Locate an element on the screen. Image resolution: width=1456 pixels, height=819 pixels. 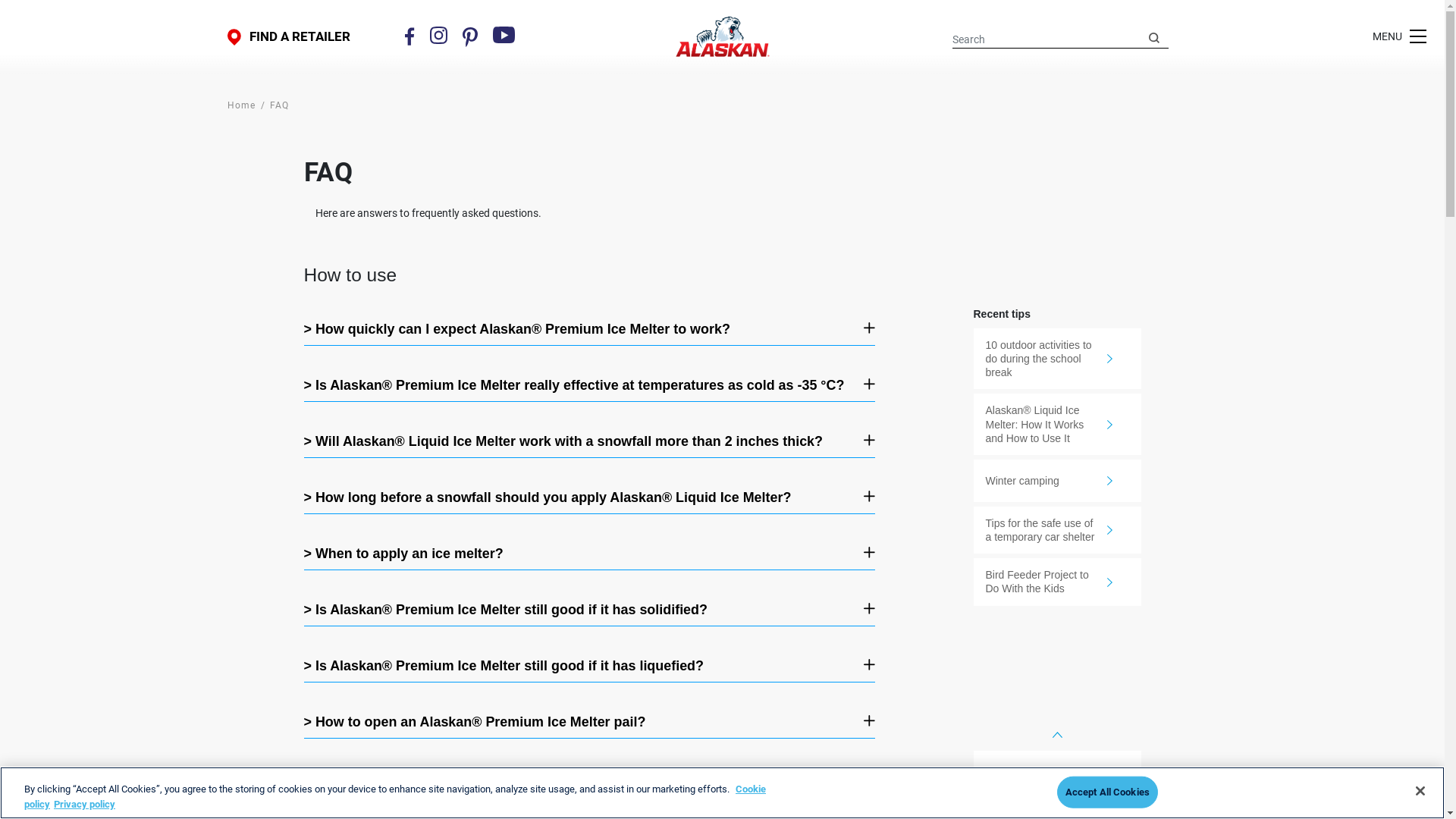
'Privacy policy' is located at coordinates (83, 802).